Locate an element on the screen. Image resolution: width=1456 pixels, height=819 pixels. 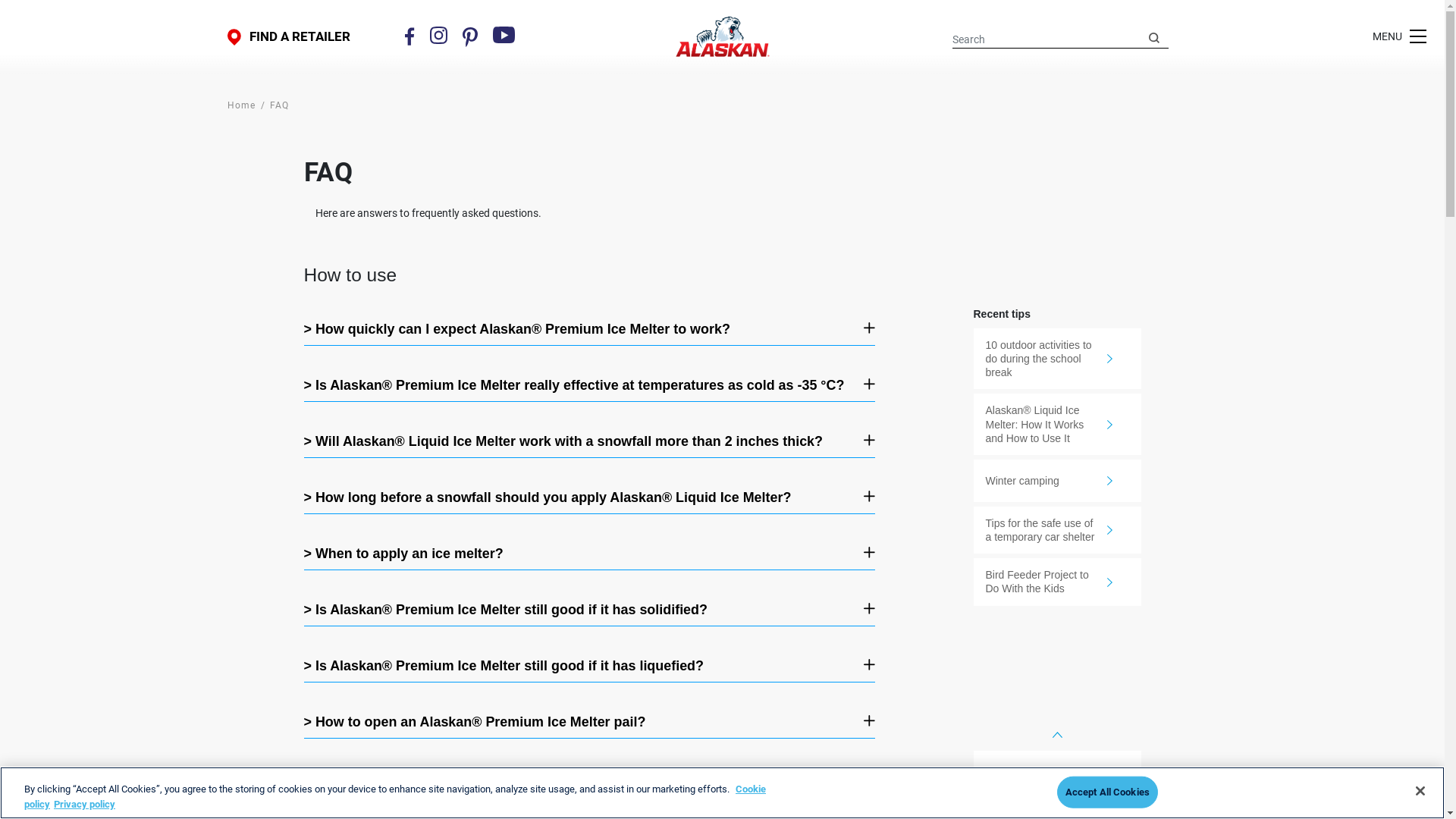
'Privacy policy' is located at coordinates (83, 802).